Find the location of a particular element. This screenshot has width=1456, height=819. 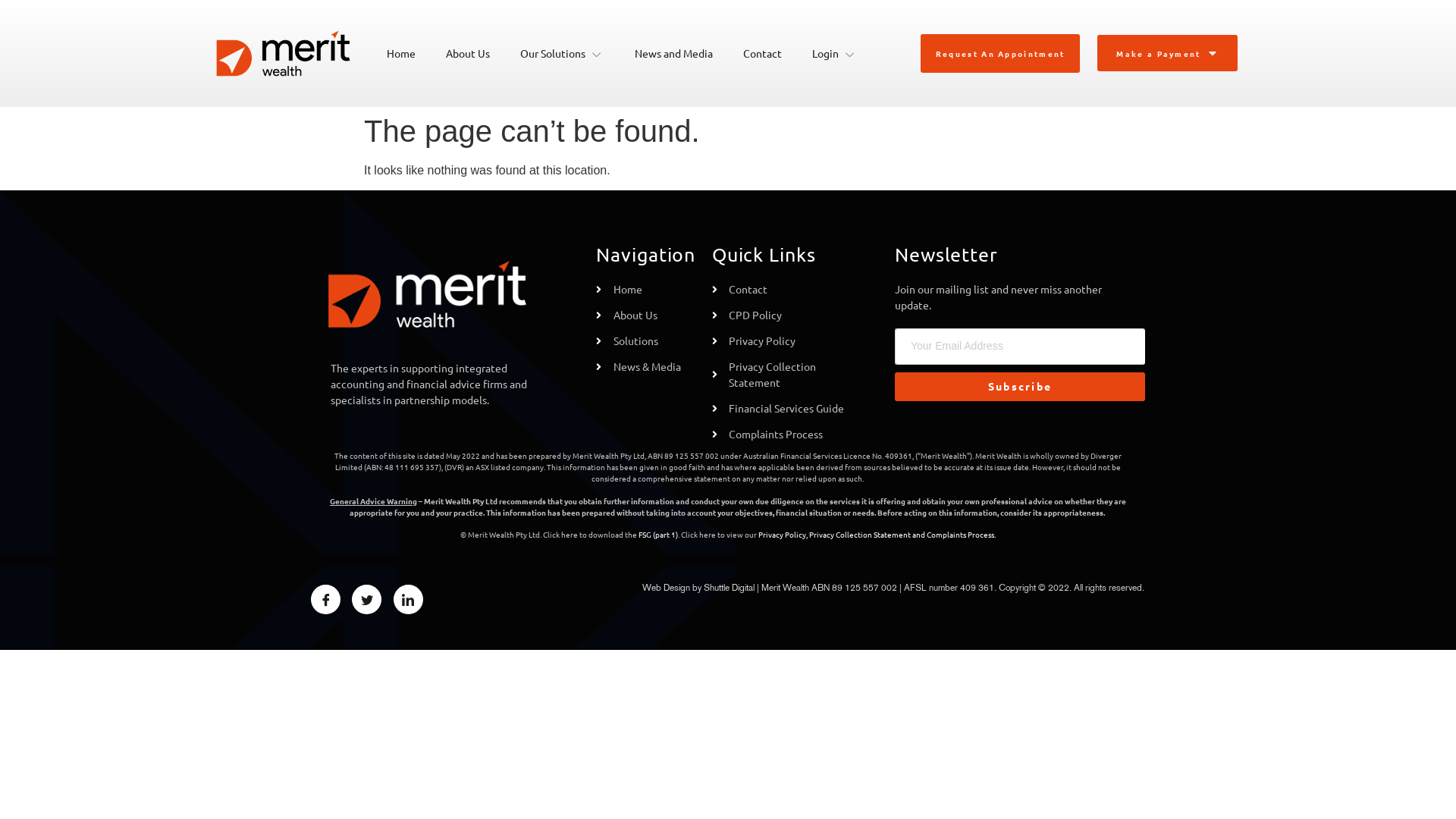

'Solutions' is located at coordinates (595, 340).